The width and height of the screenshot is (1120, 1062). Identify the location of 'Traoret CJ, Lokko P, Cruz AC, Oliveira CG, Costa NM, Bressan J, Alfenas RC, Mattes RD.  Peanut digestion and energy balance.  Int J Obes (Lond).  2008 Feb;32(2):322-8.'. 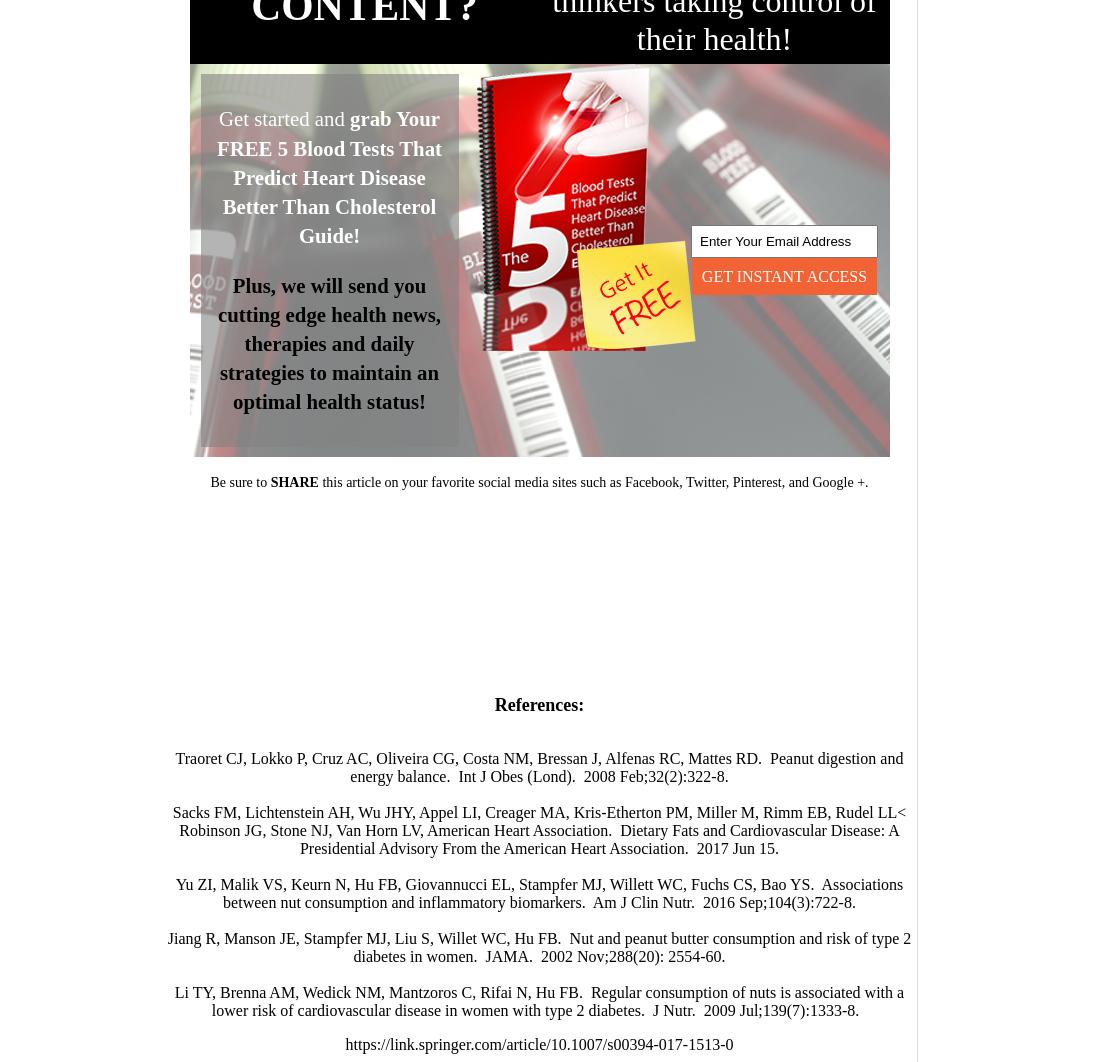
(539, 767).